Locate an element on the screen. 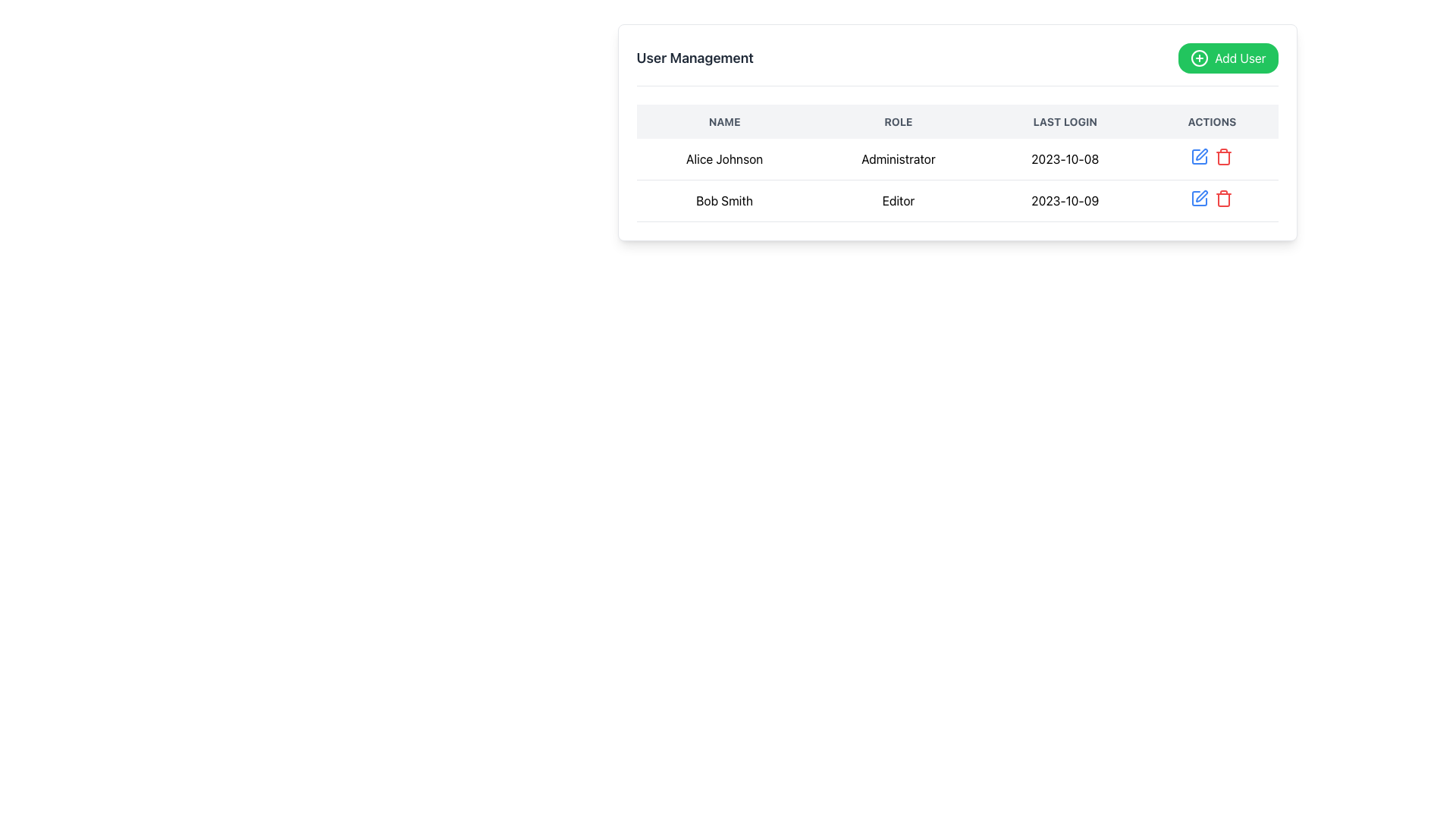 This screenshot has width=1456, height=819. the 'Delete' icon button located in the Actions column of the second row for user 'Bob Smith' is located at coordinates (1224, 157).